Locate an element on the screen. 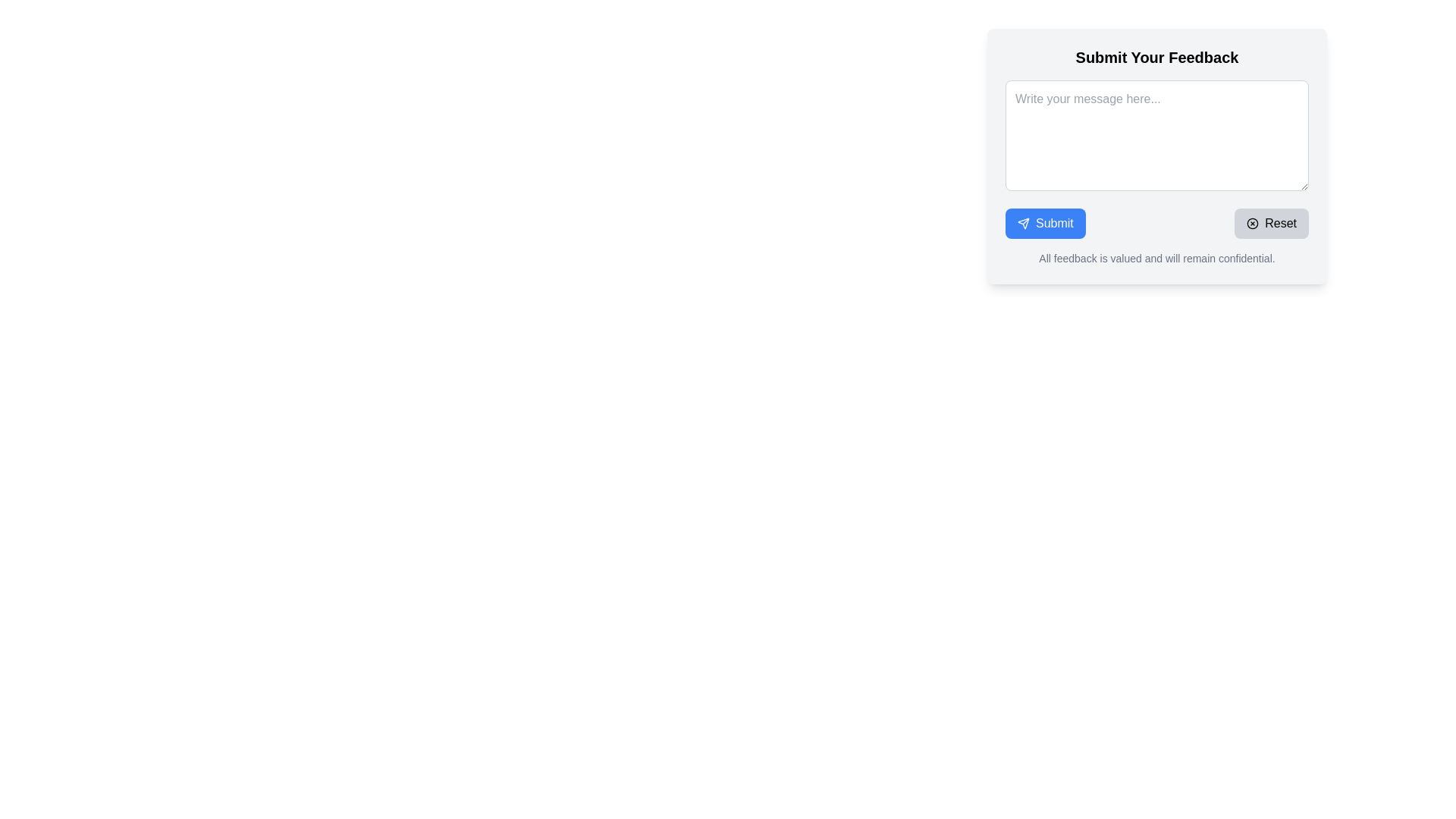 Image resolution: width=1456 pixels, height=819 pixels. the Circle SVG graphical element that represents the 'Reset' operation, located near the bottom right of the 'Submit Your Feedback' form is located at coordinates (1253, 223).